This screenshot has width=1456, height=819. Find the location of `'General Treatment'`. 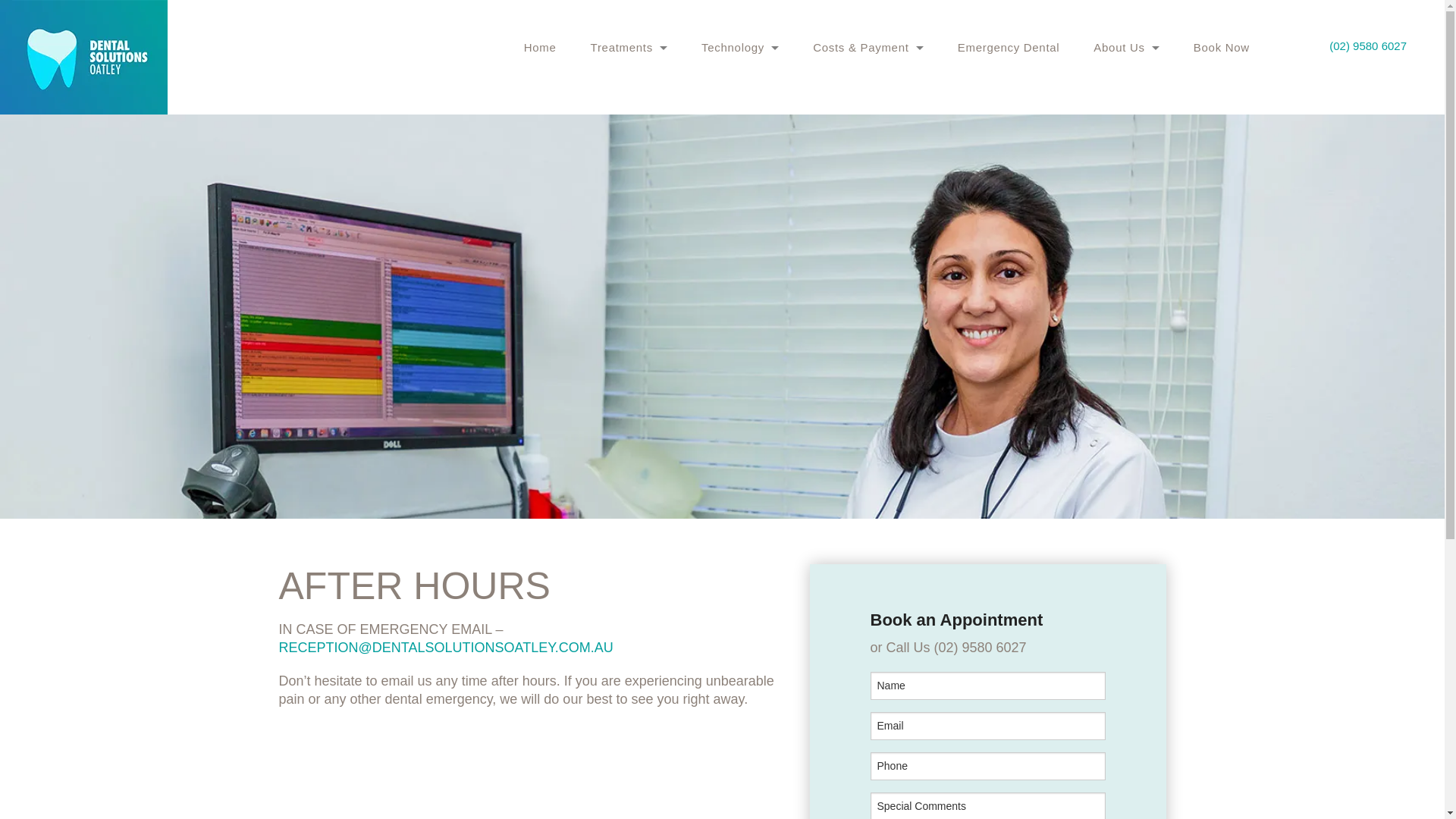

'General Treatment' is located at coordinates (629, 86).